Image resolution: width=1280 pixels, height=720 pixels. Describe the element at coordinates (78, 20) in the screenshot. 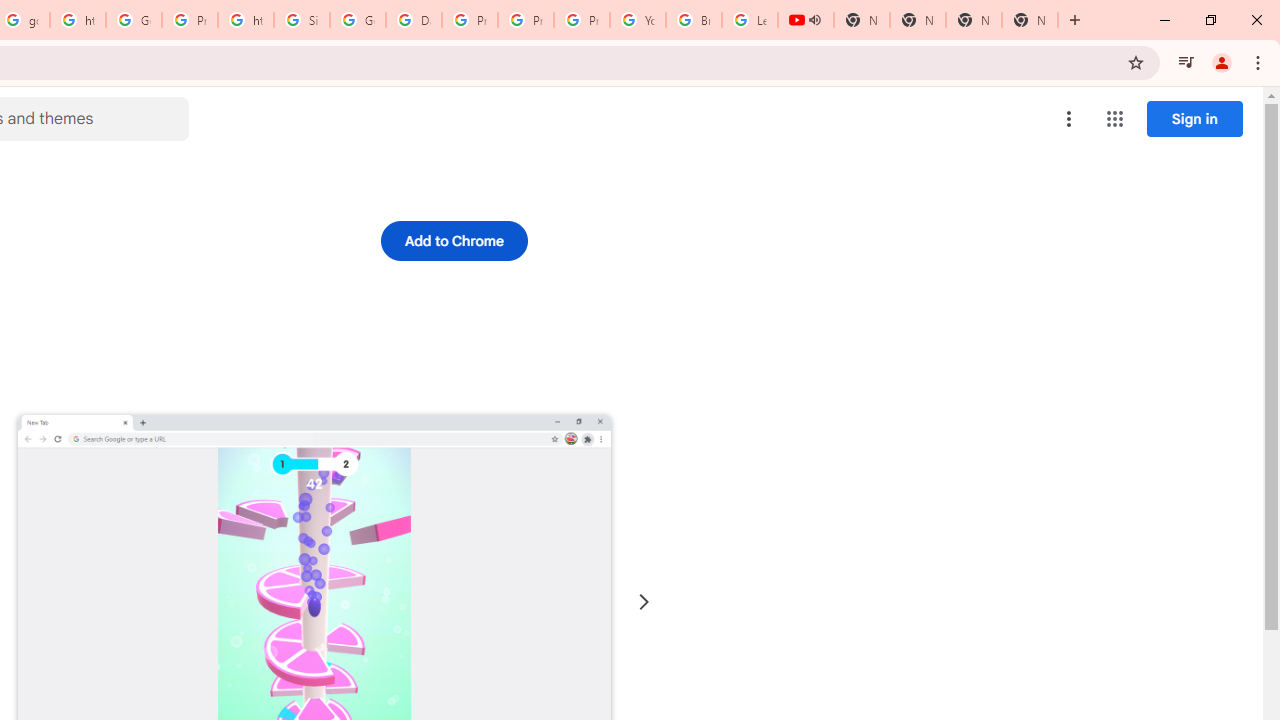

I see `'https://scholar.google.com/'` at that location.